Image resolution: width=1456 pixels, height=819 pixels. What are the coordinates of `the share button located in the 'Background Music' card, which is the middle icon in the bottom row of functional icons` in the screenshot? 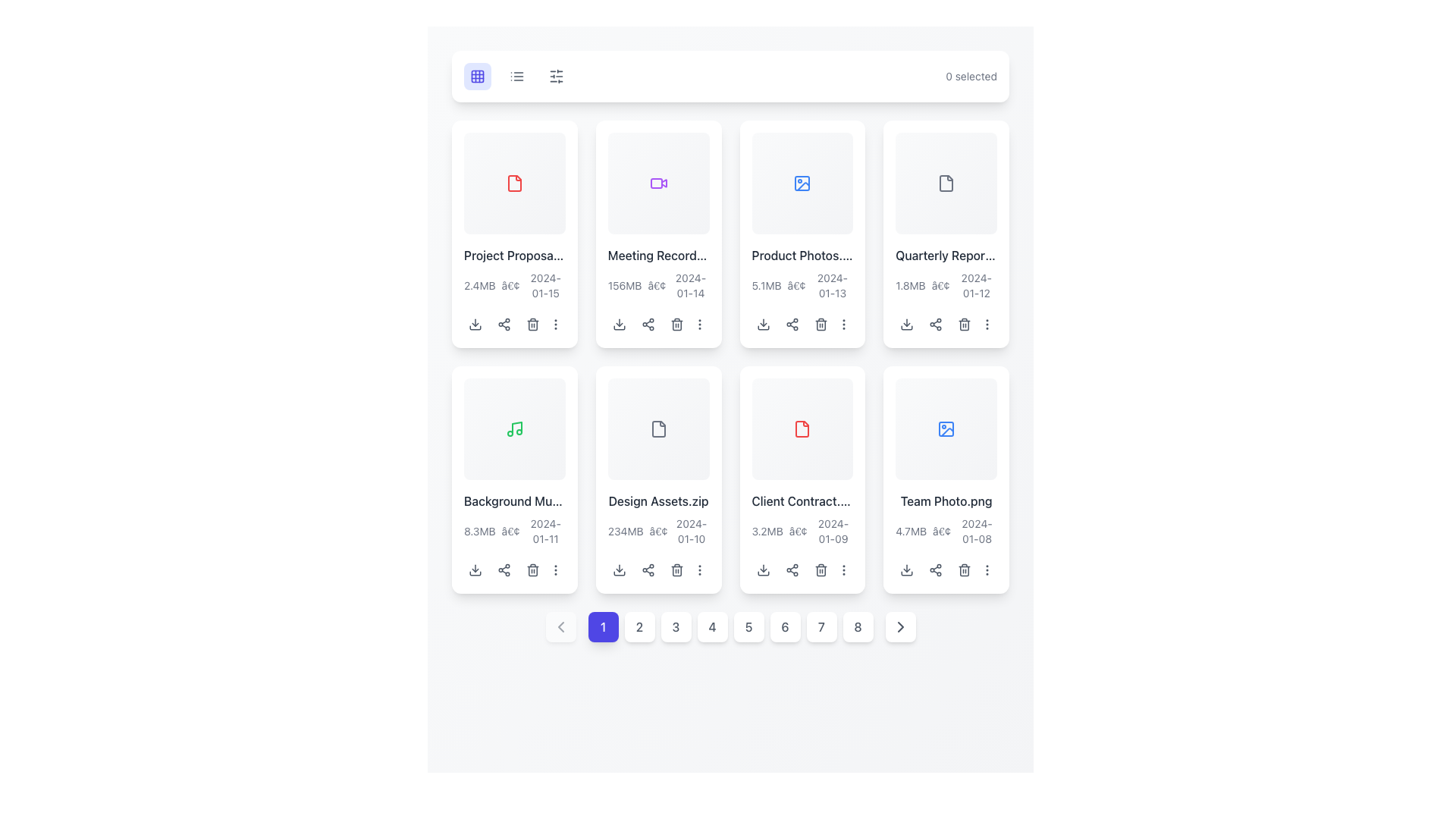 It's located at (504, 570).